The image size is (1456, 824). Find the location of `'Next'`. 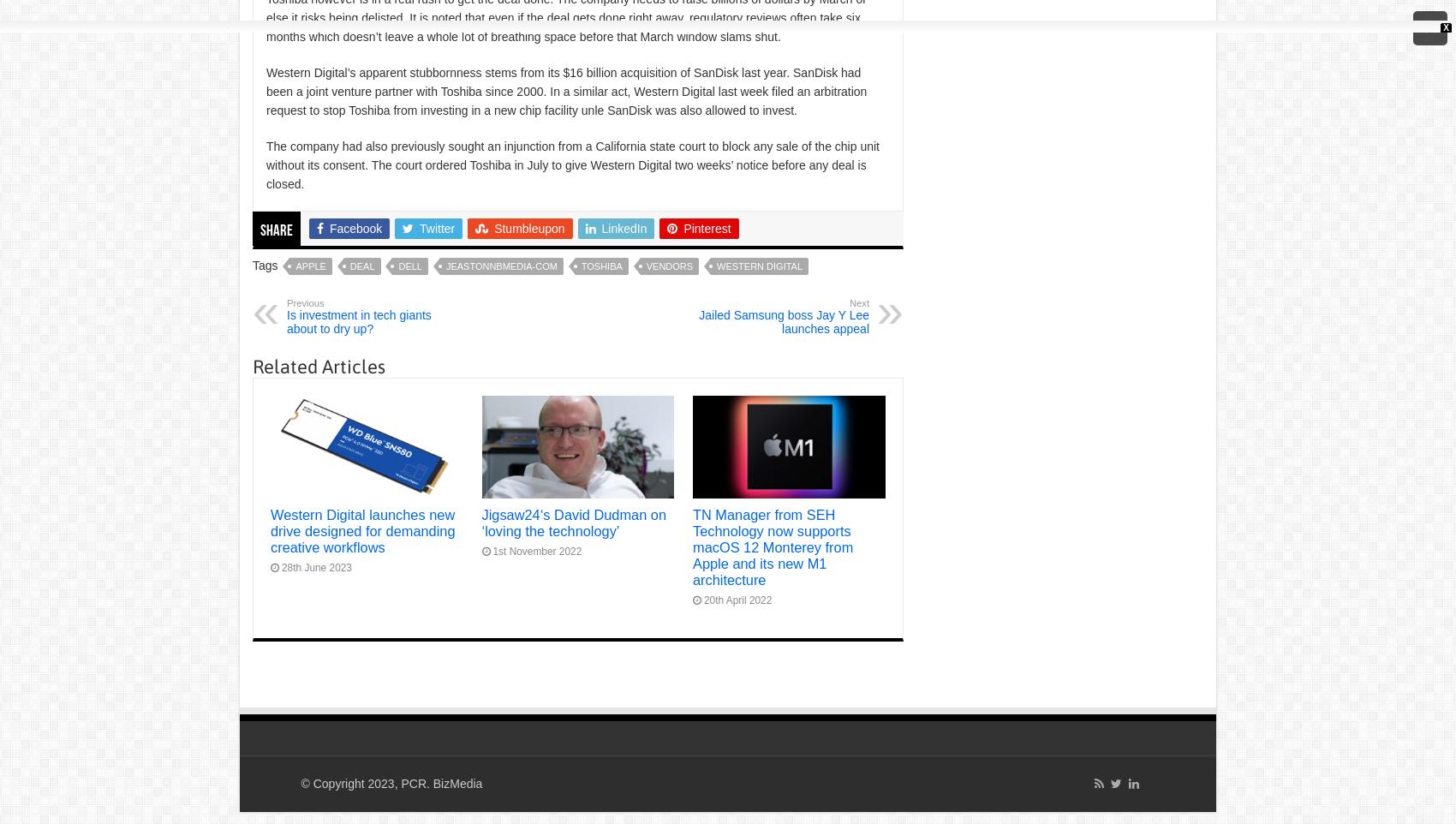

'Next' is located at coordinates (858, 303).